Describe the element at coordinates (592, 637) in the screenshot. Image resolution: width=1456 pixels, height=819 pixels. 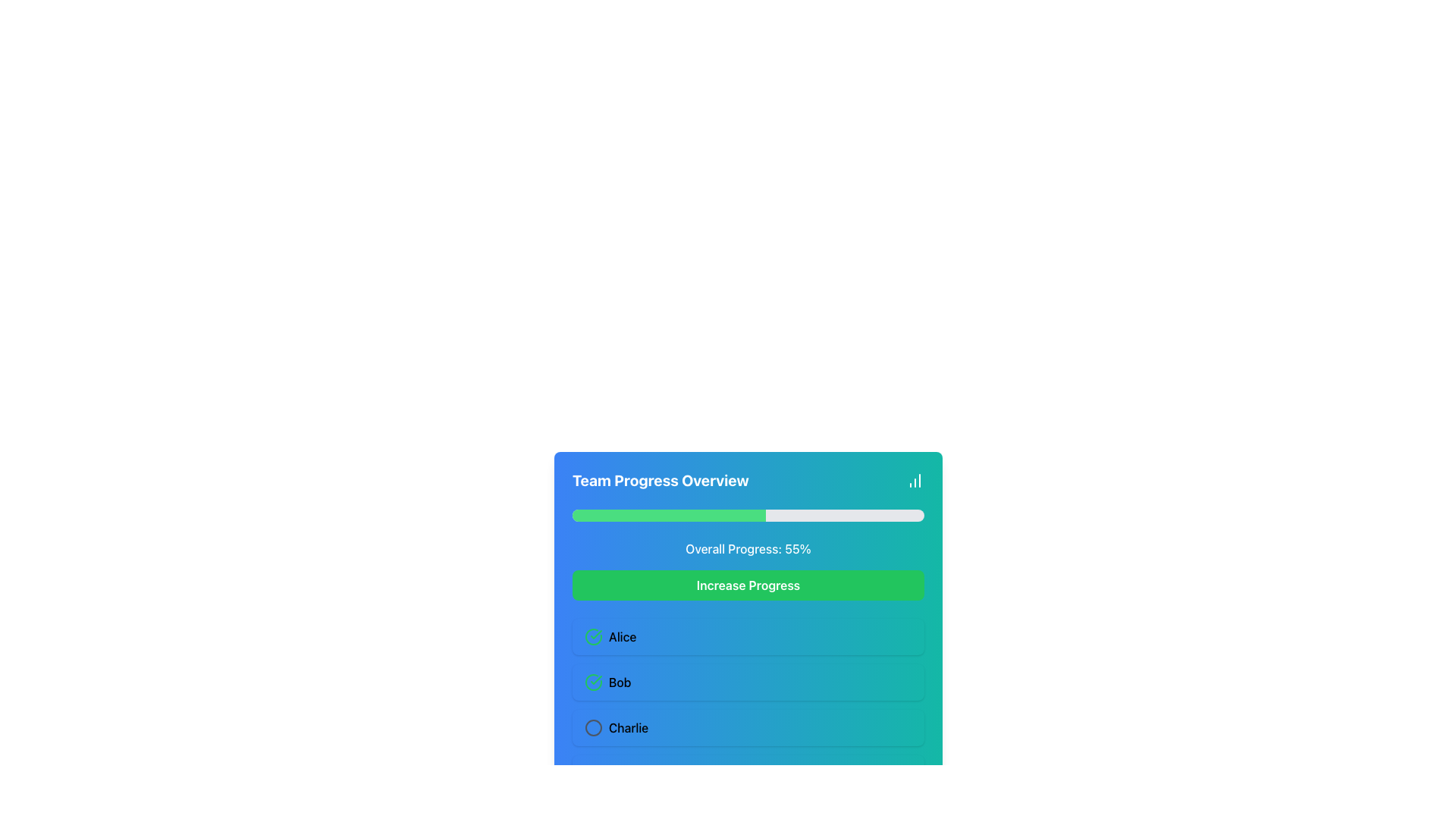
I see `the status indicator icon for user 'Alice', which is the first icon in the row associated with her name, located to the left of the text 'Alice'` at that location.